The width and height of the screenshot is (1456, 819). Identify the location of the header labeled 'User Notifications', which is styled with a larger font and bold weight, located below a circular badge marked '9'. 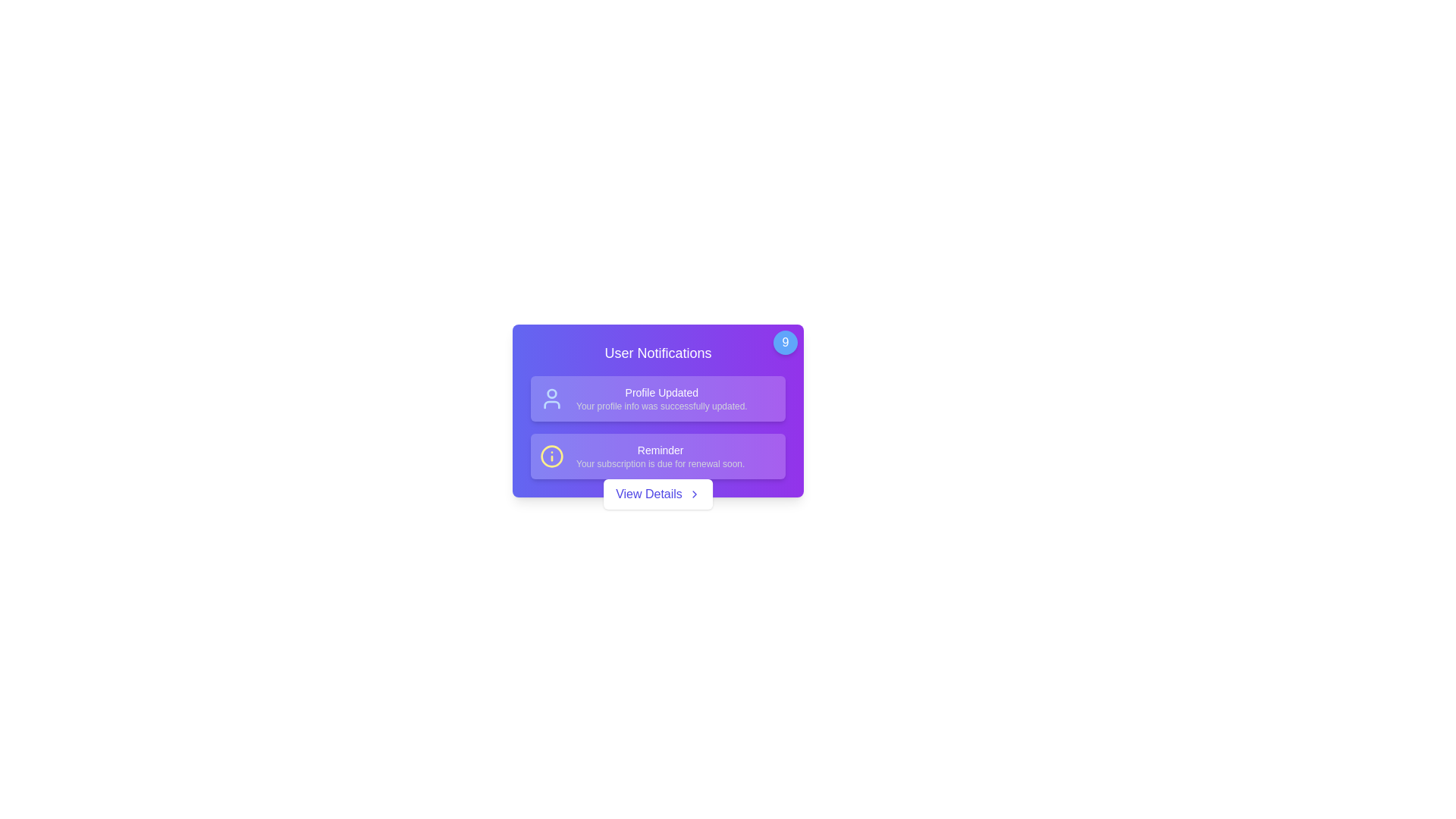
(658, 353).